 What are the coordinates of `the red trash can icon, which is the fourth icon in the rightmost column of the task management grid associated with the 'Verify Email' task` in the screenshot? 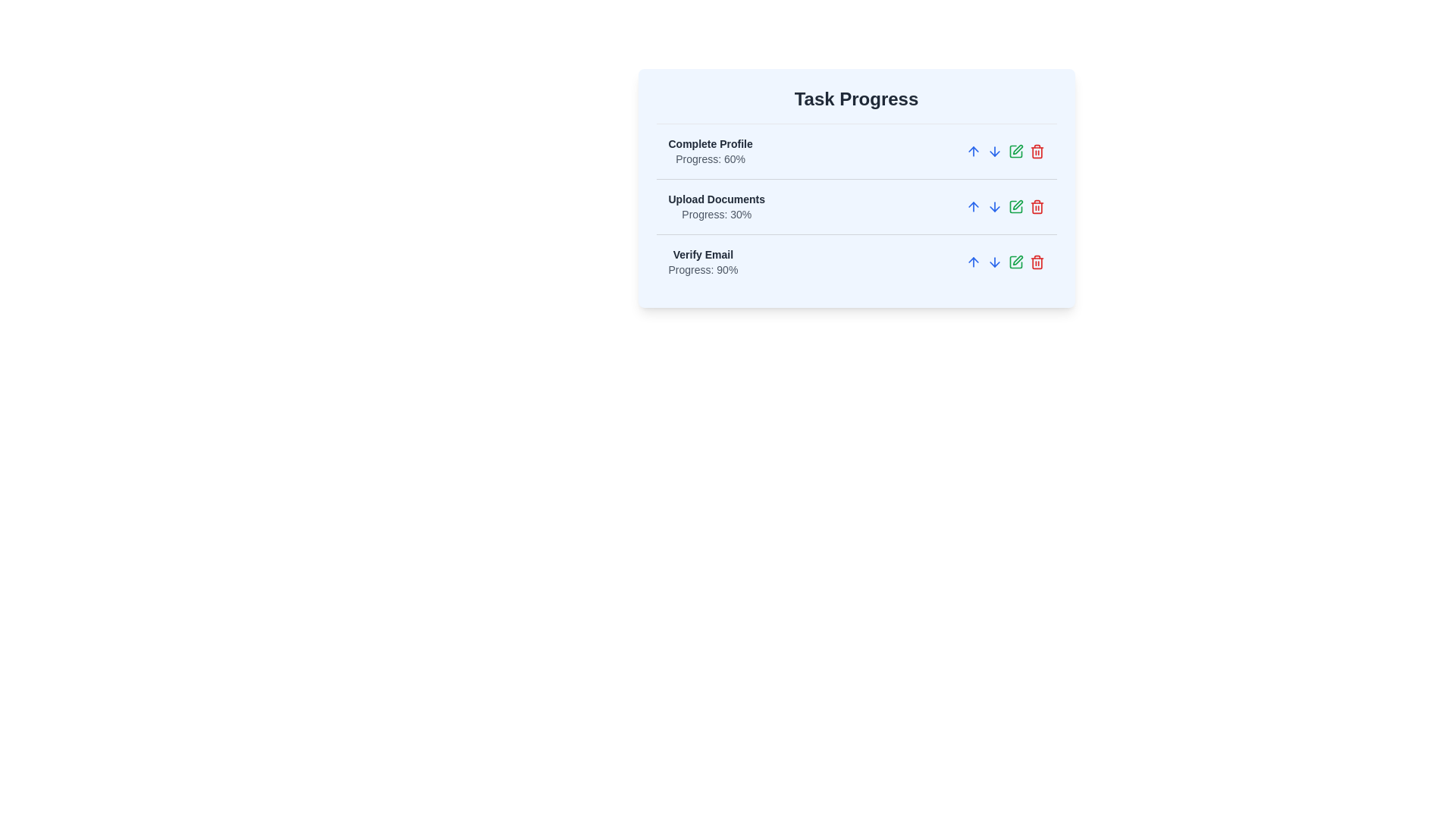 It's located at (1036, 152).